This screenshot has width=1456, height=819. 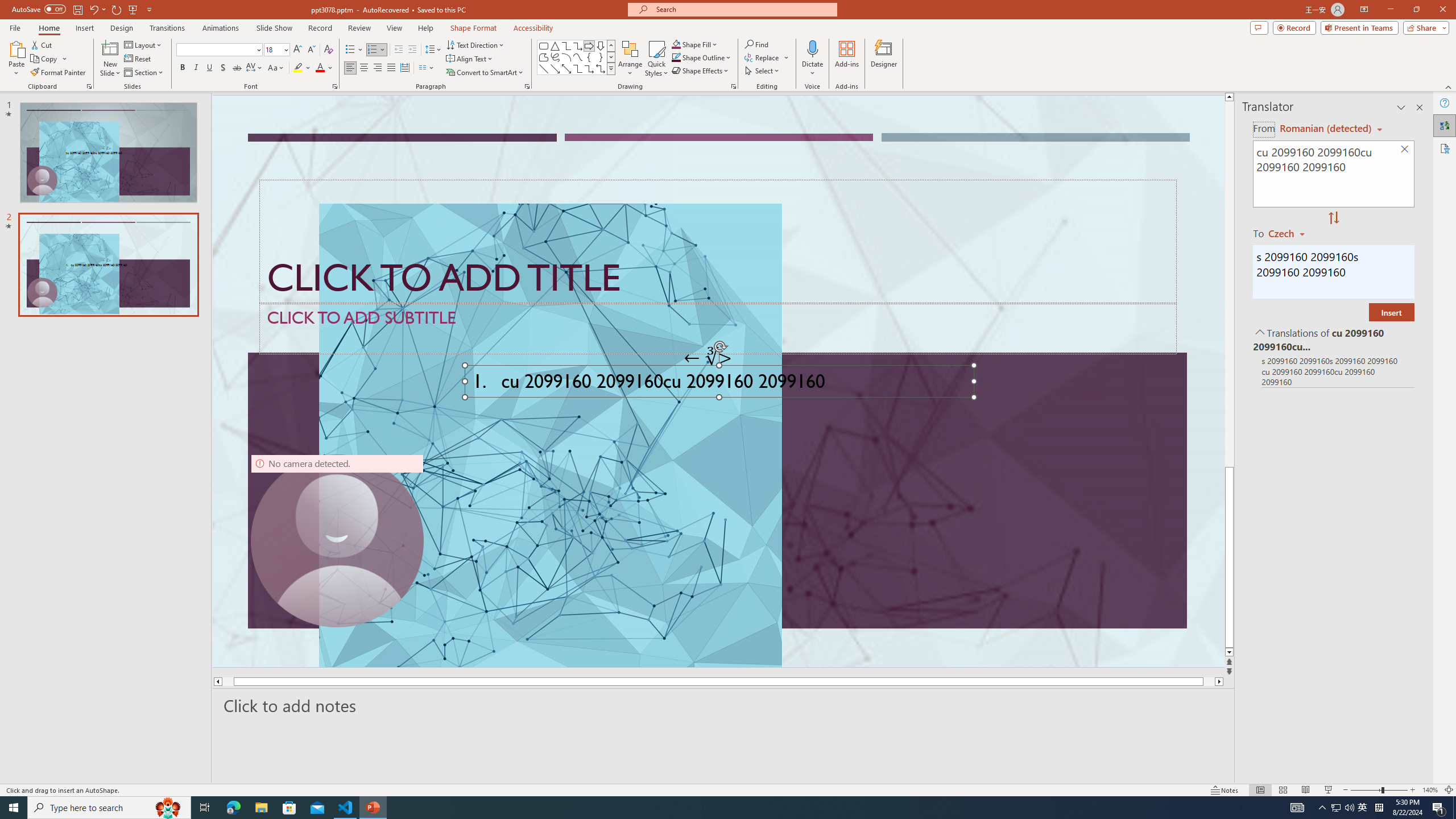 I want to click on 'Camera 9, No camera detected.', so click(x=336, y=540).